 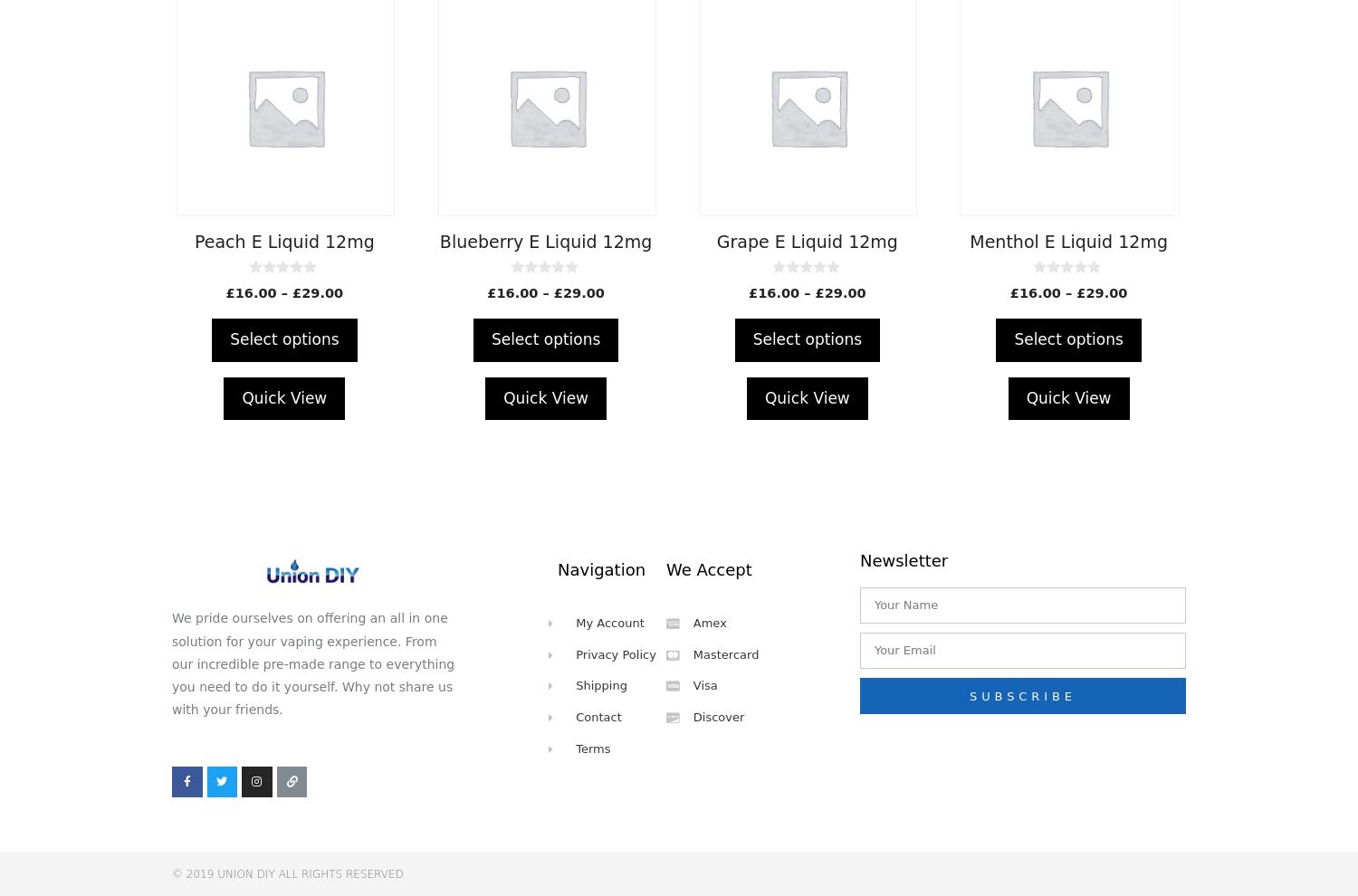 I want to click on 'Mastercard', so click(x=725, y=653).